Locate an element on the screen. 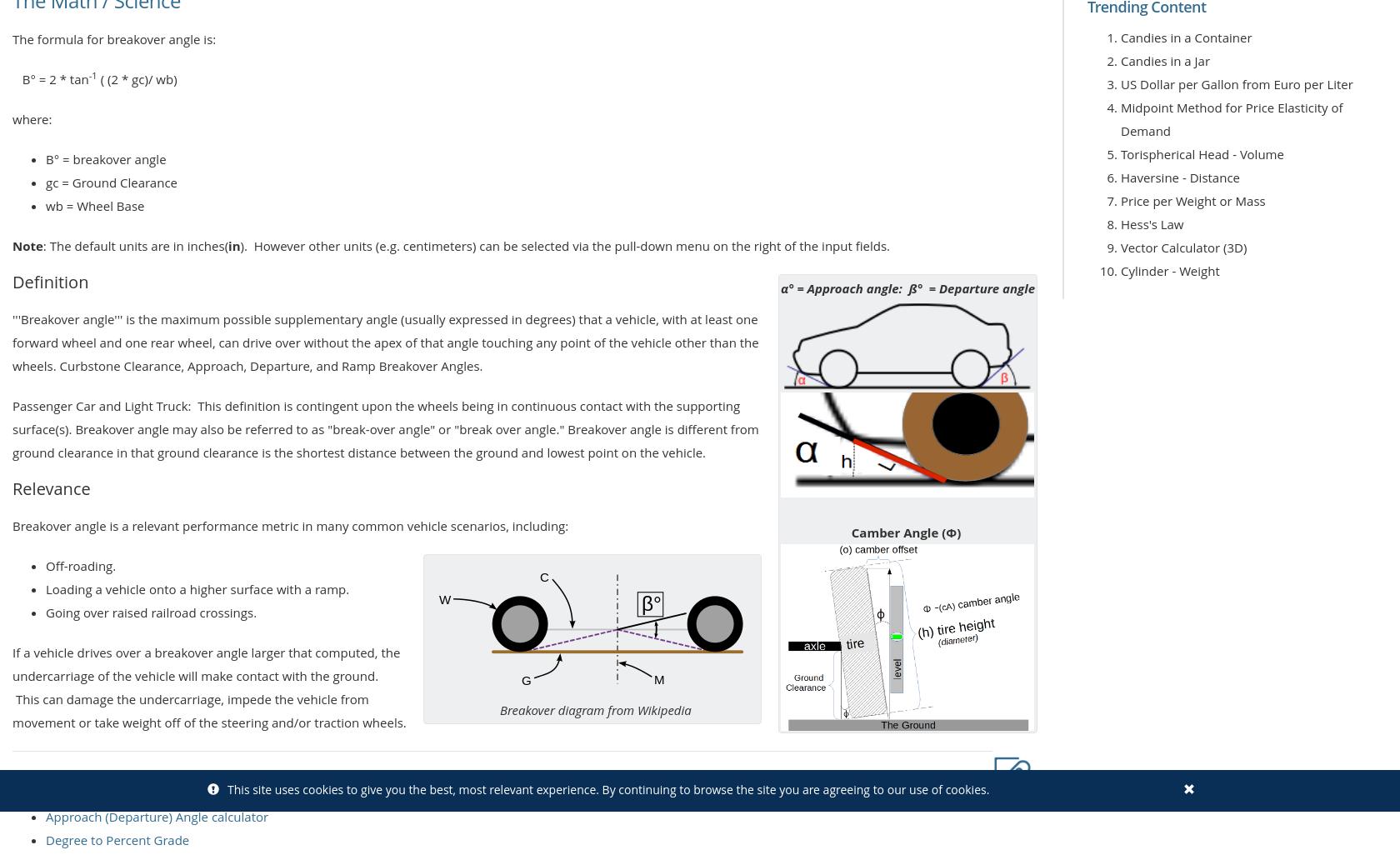  'Torispherical Head - Volume' is located at coordinates (1202, 152).